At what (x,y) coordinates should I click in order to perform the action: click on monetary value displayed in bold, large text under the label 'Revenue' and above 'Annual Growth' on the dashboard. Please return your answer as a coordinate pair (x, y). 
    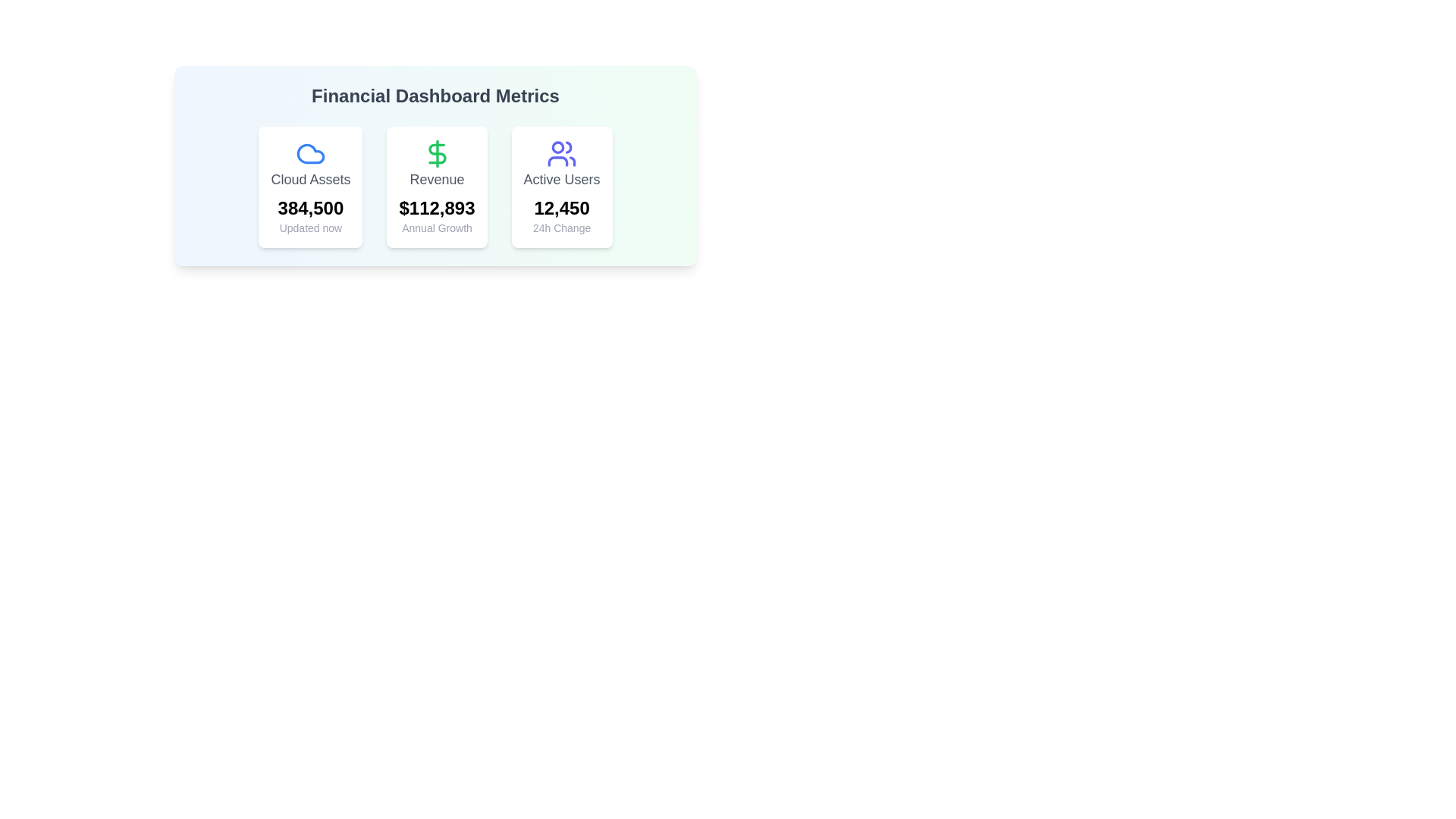
    Looking at the image, I should click on (436, 208).